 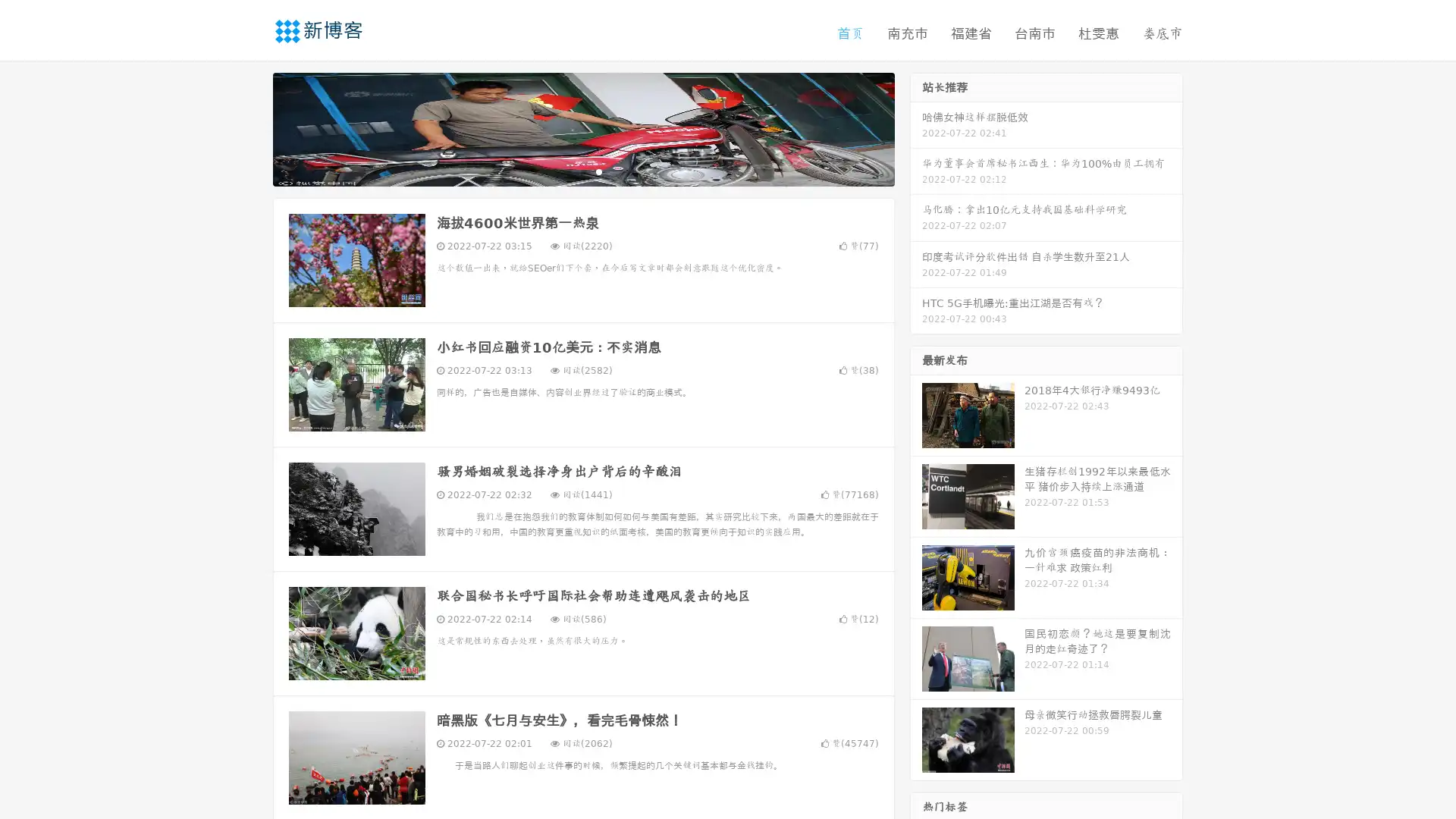 What do you see at coordinates (598, 171) in the screenshot?
I see `Go to slide 3` at bounding box center [598, 171].